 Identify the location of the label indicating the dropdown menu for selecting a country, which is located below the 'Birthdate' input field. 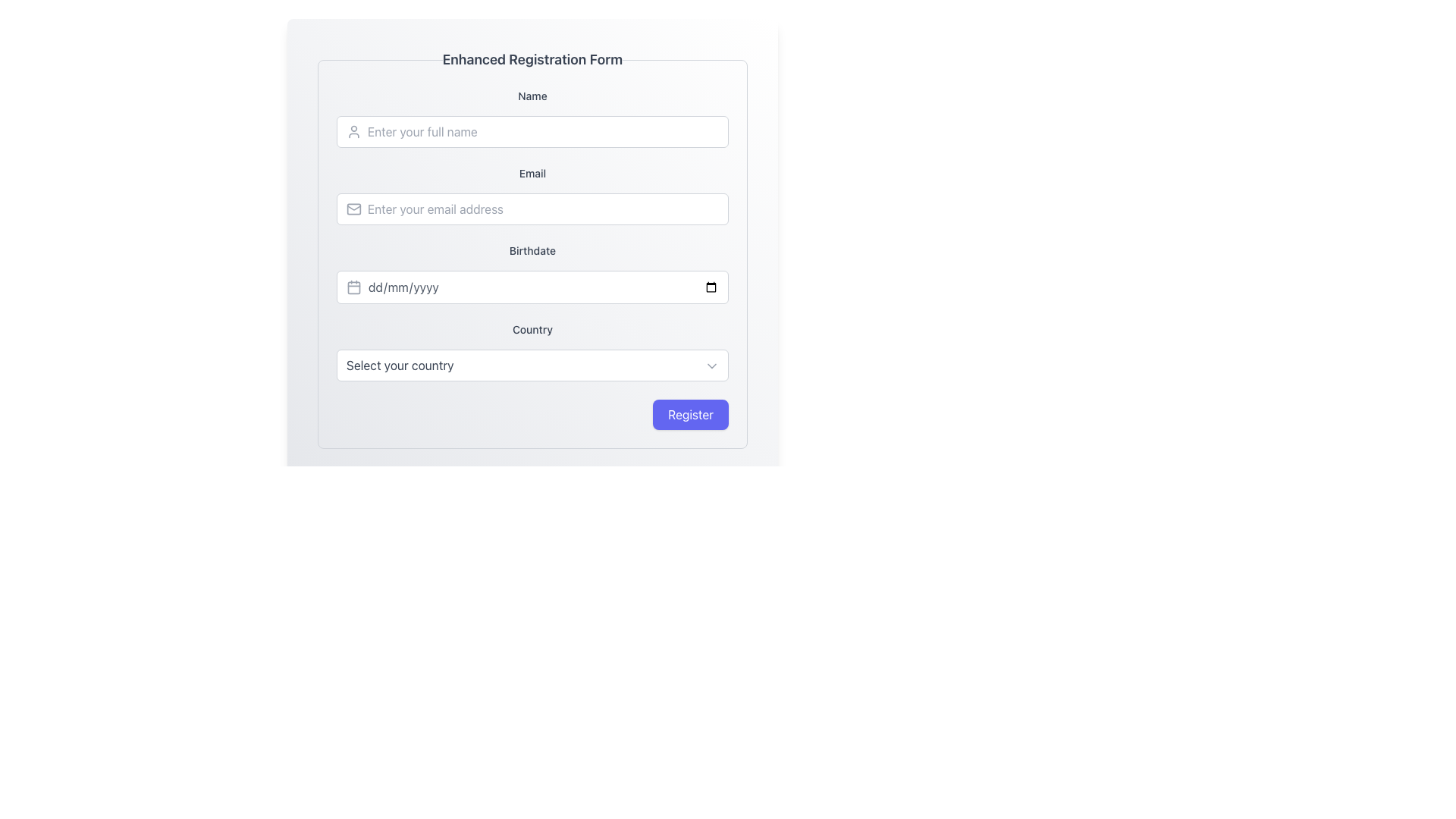
(532, 329).